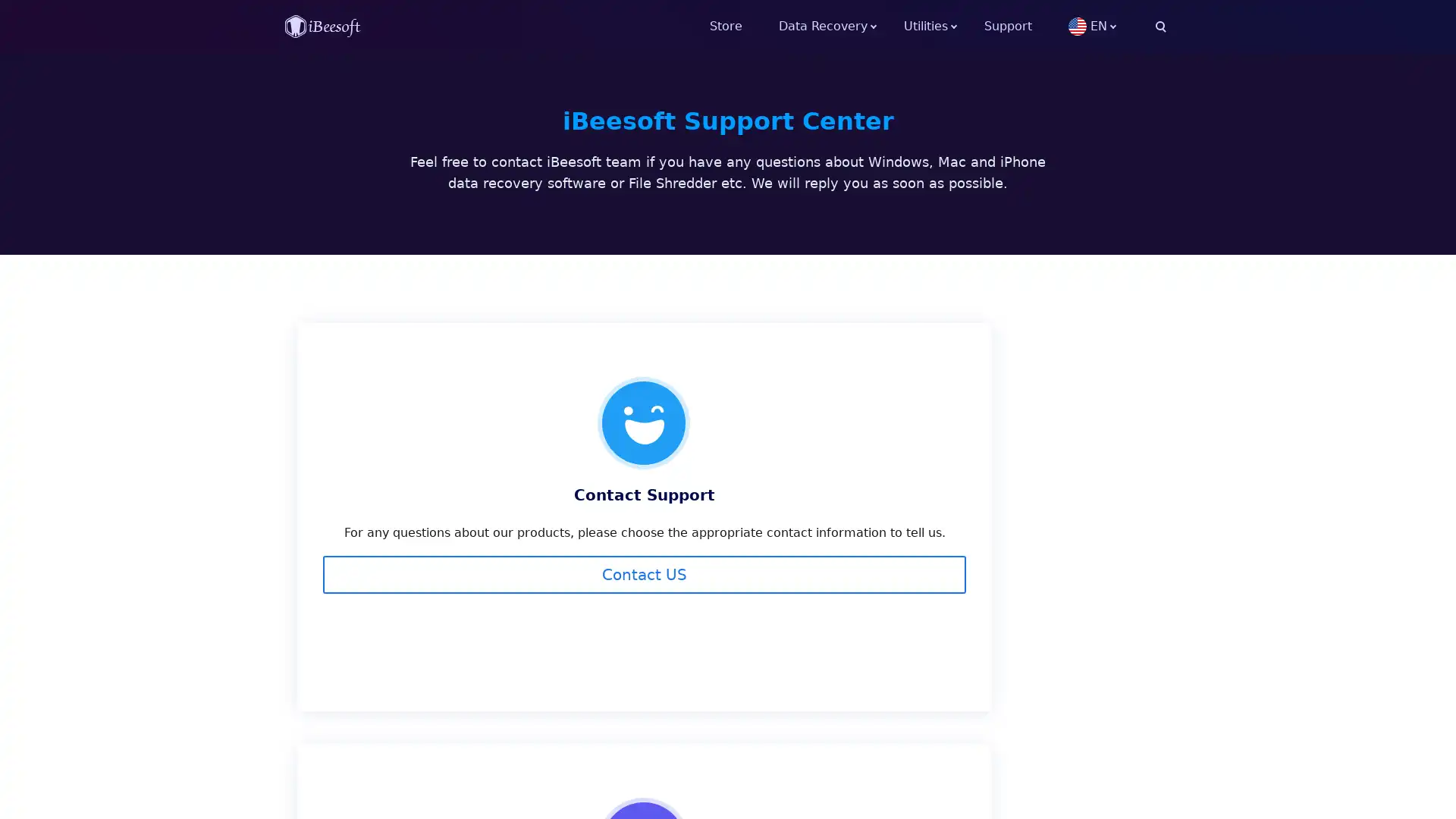 This screenshot has height=819, width=1456. Describe the element at coordinates (840, 26) in the screenshot. I see `products` at that location.